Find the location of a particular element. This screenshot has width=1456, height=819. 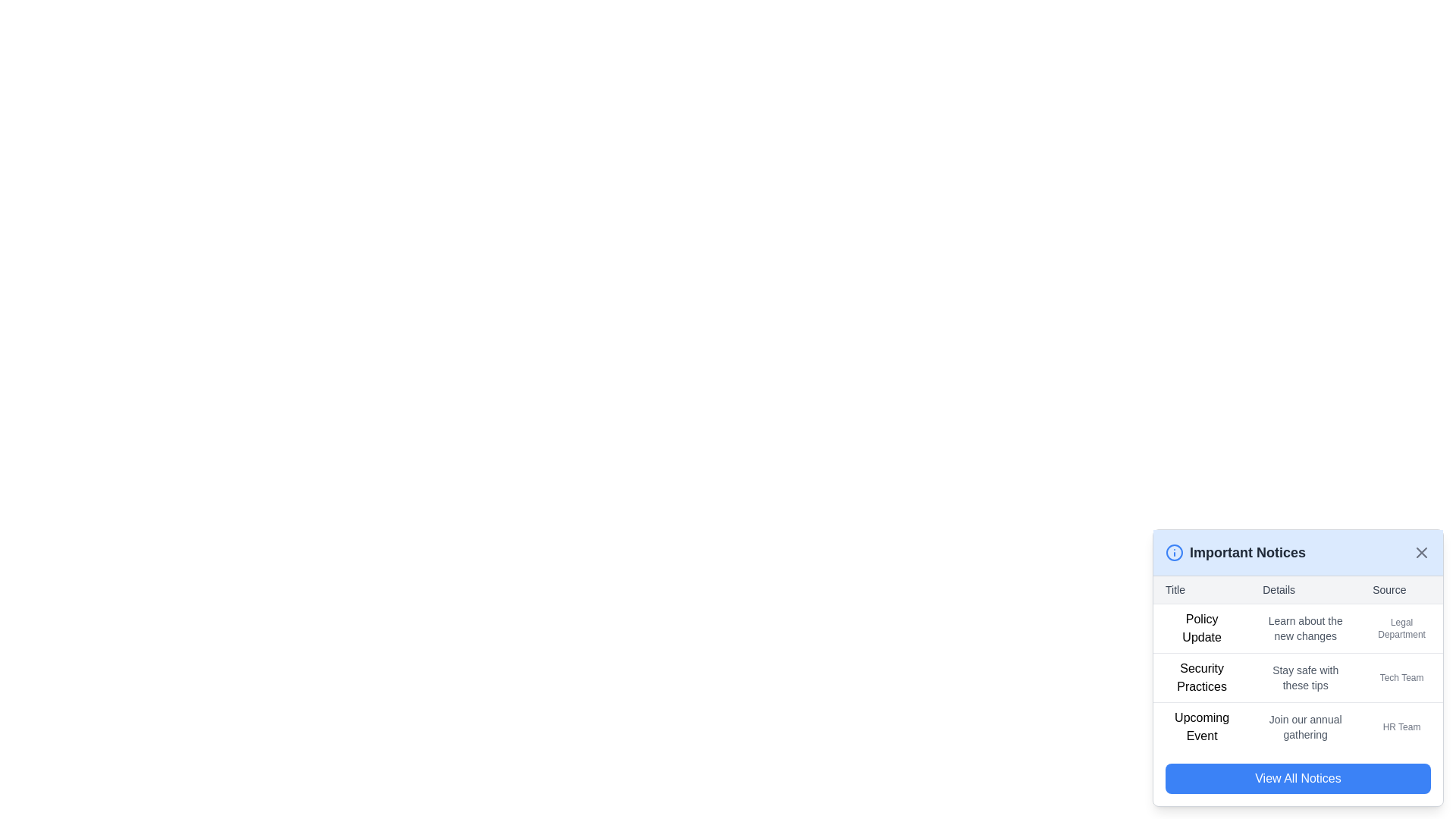

the Text Label displaying 'Stay safe with these tips' in gray font, located in the middle cell of the 'Security Practices' row in the 'Details' column is located at coordinates (1304, 677).